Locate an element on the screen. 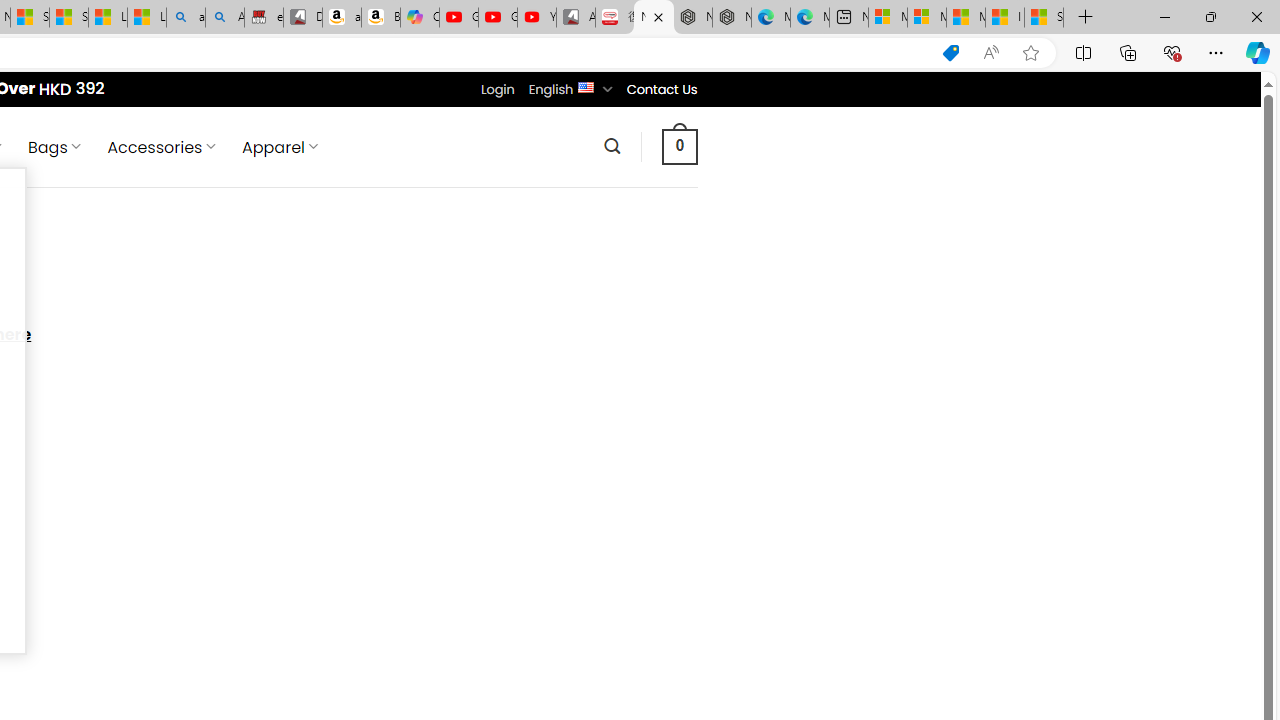 This screenshot has width=1280, height=720. 'Copilot' is located at coordinates (418, 17).